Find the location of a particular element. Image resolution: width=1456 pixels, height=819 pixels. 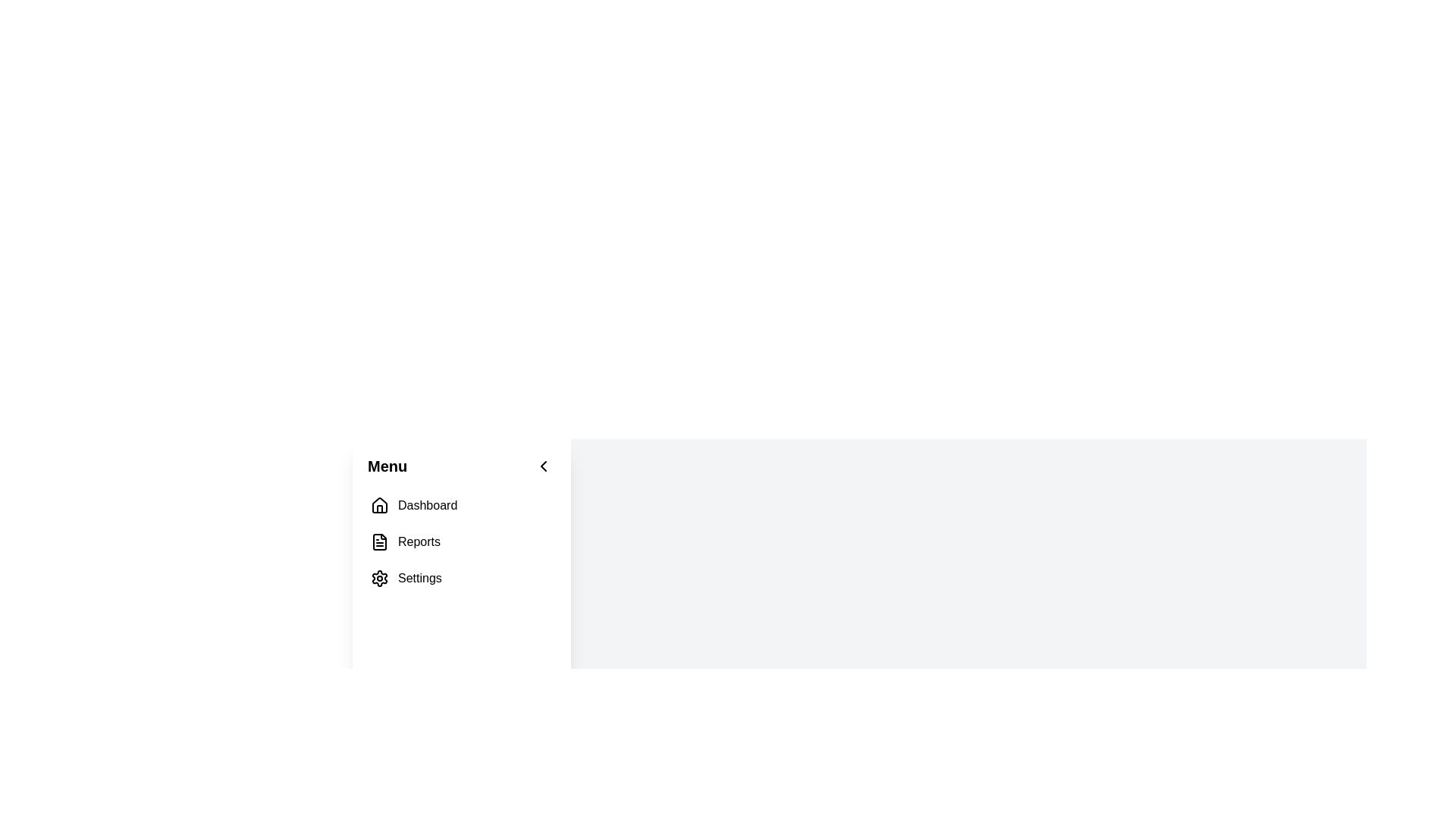

the small house-shaped icon in the vertical navigation menu located next to the 'Dashboard' label is located at coordinates (379, 506).